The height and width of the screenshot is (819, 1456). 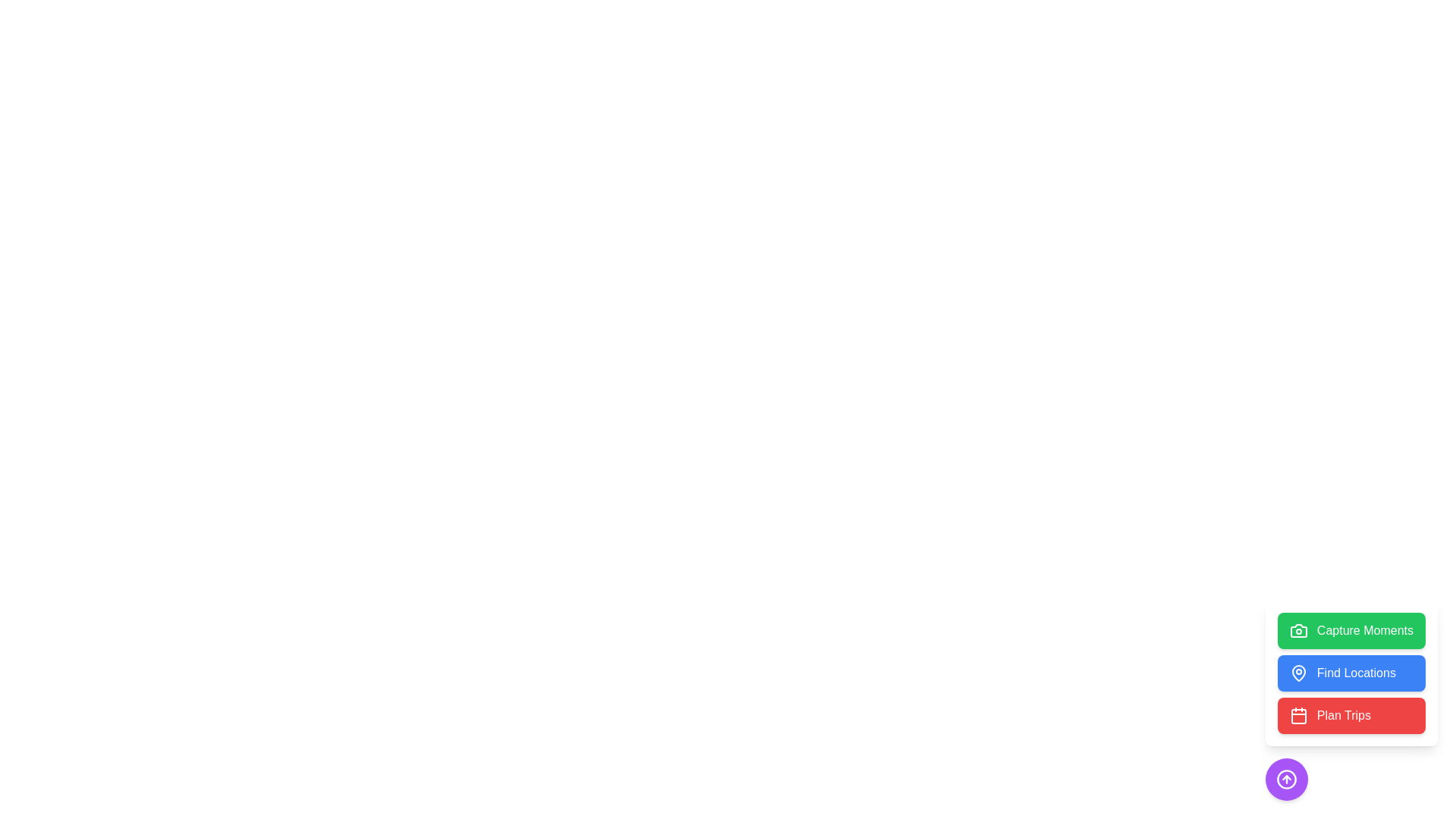 I want to click on the 'Plan Trips' button to open the trip planning interface, so click(x=1351, y=716).